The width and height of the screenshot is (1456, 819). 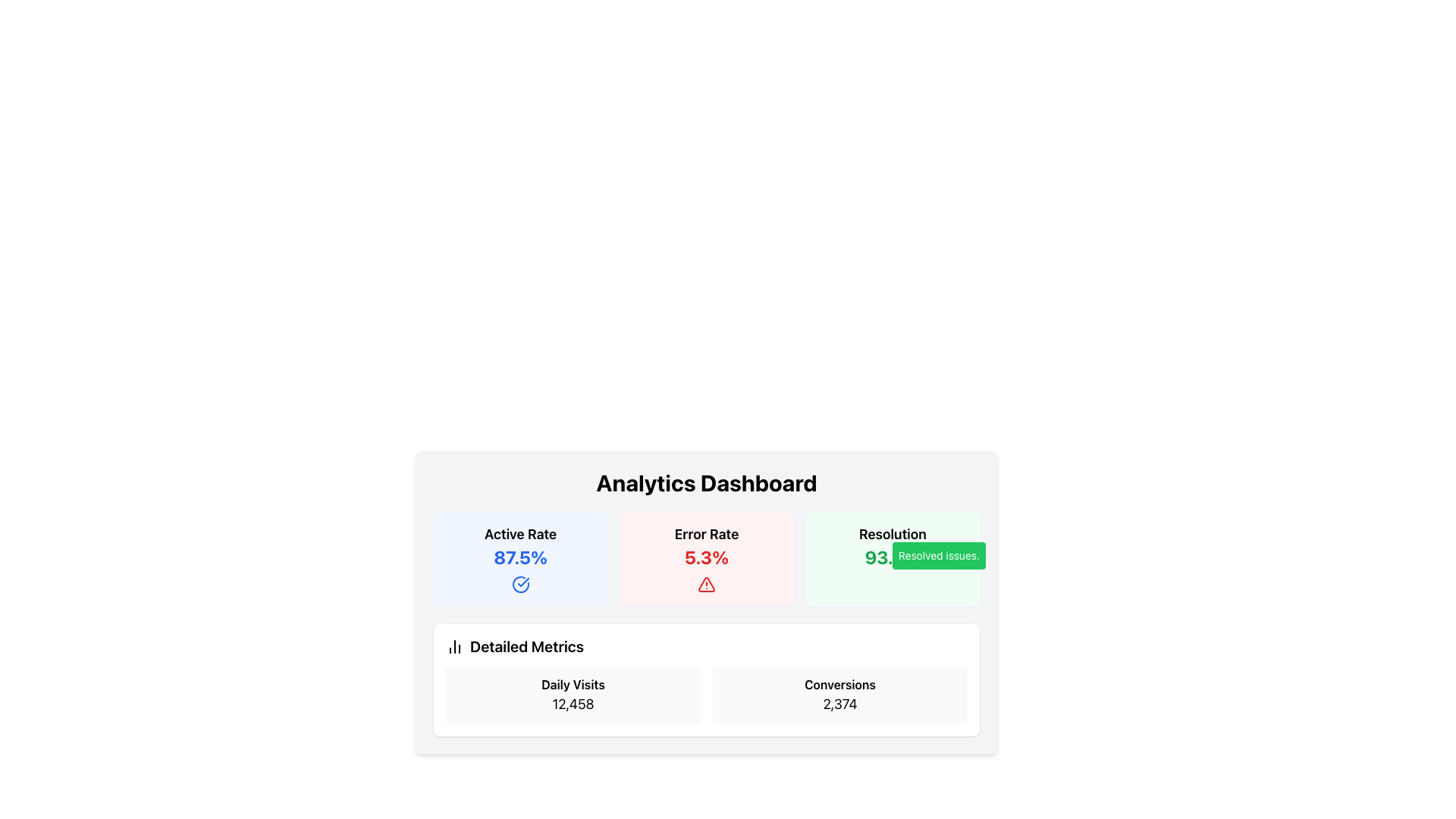 I want to click on the decorative SVG shape representing the outer circular arc of the 'Active Rate' card located in the center-left section of the dashboard interface, so click(x=520, y=584).